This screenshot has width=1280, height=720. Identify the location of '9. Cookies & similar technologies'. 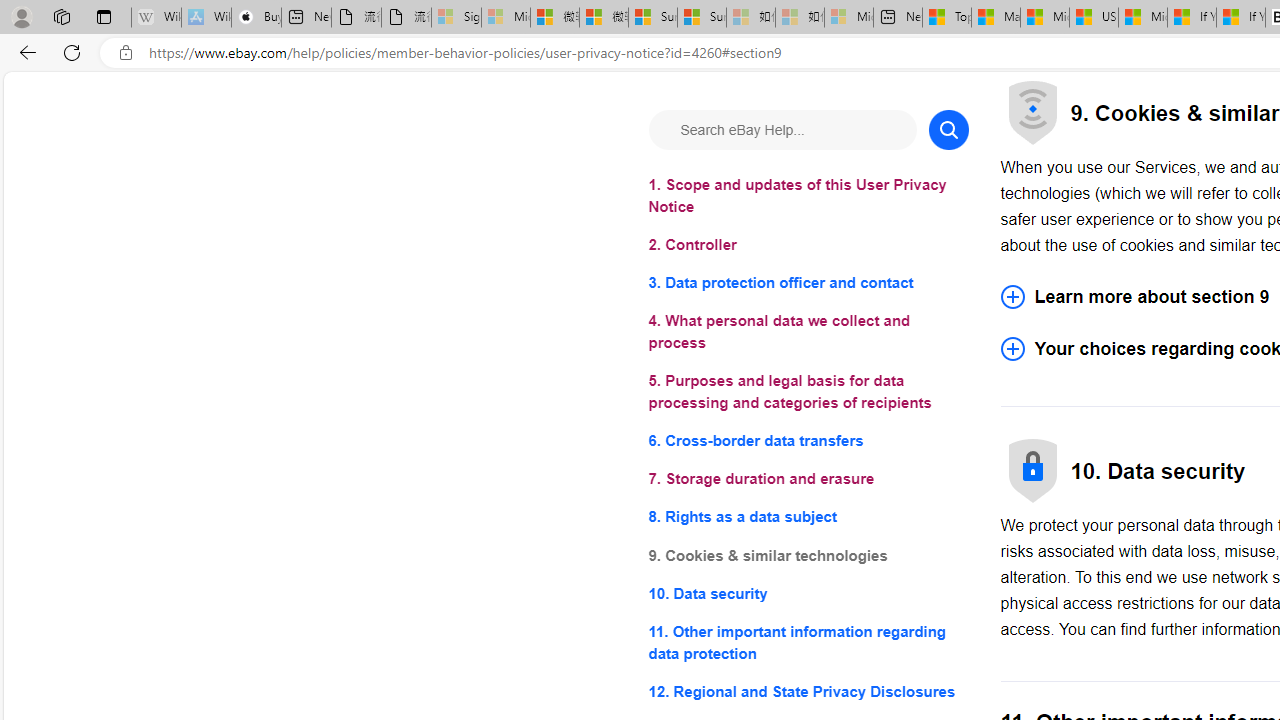
(808, 555).